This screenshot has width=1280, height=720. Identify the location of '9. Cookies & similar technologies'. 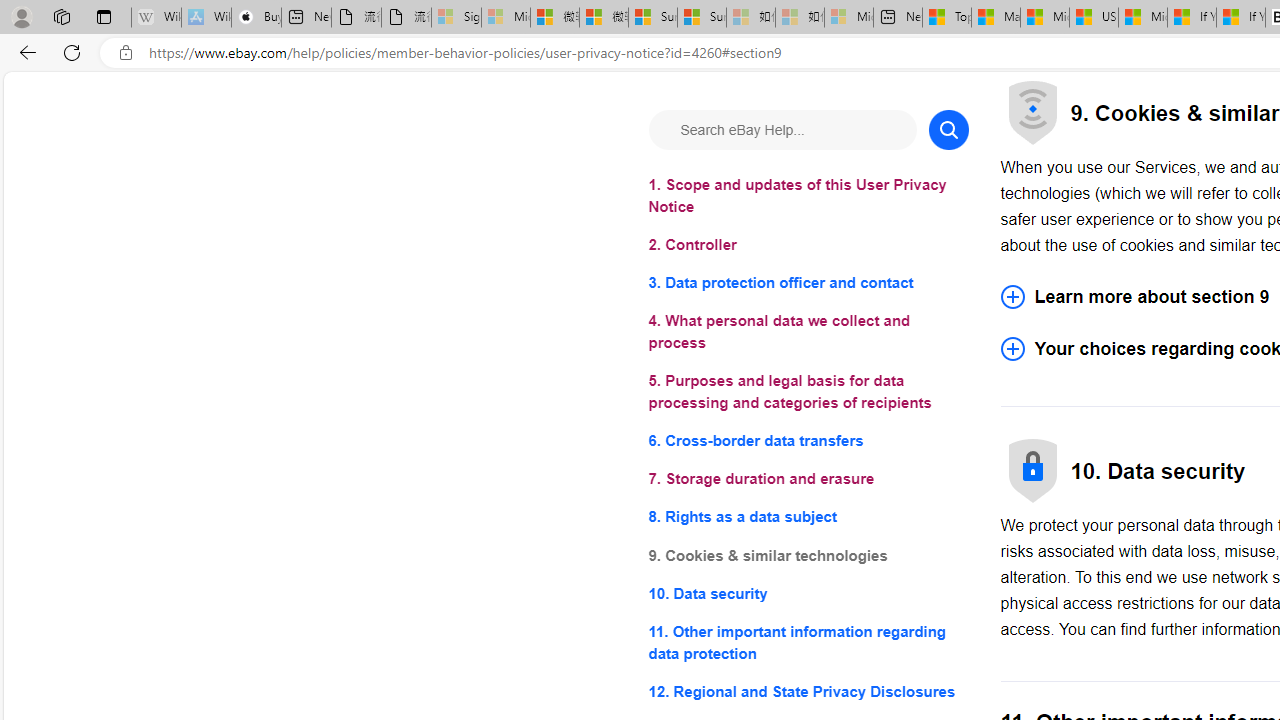
(808, 555).